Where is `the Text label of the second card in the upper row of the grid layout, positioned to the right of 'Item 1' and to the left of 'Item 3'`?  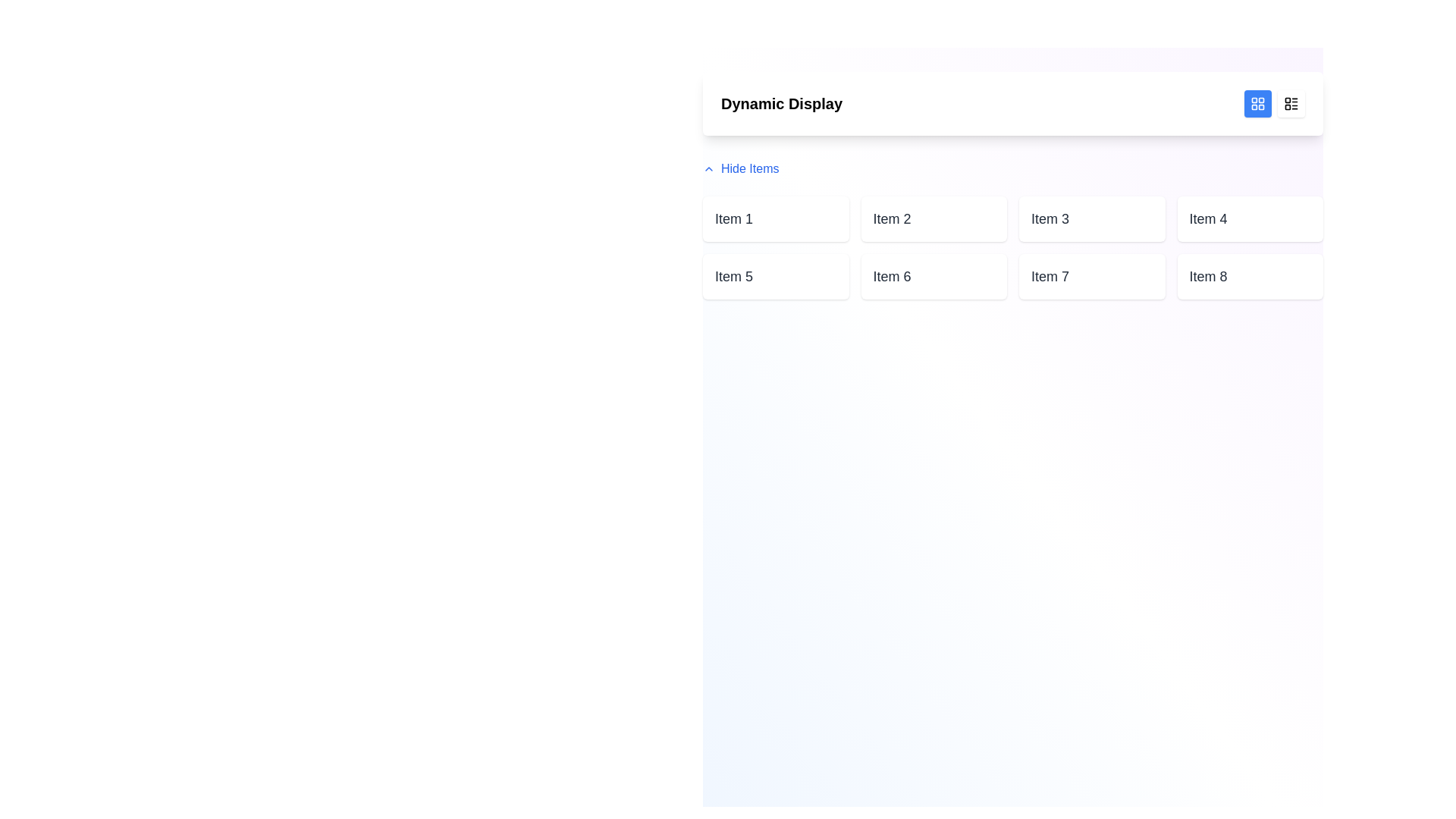 the Text label of the second card in the upper row of the grid layout, positioned to the right of 'Item 1' and to the left of 'Item 3' is located at coordinates (892, 219).